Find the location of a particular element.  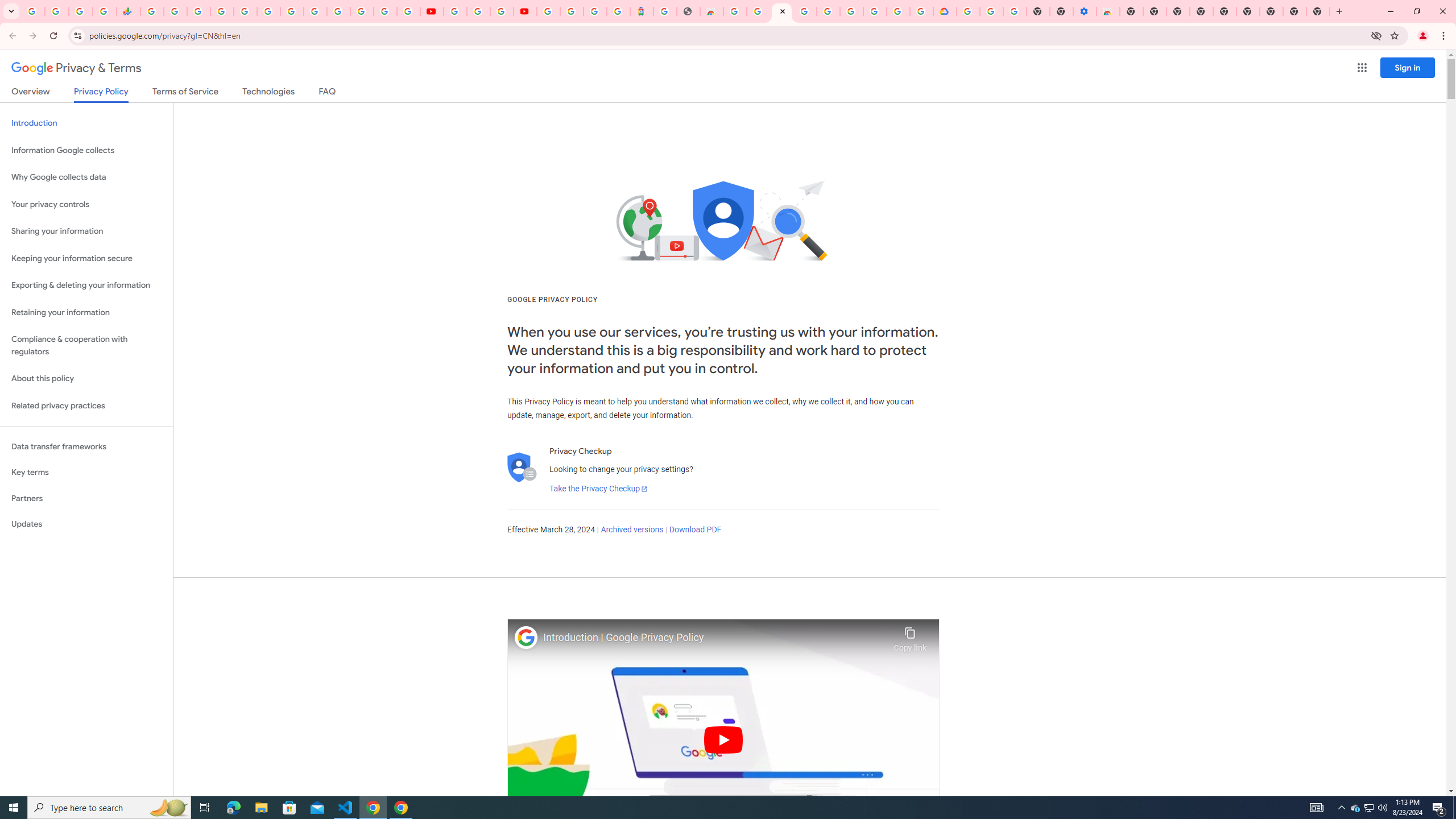

'New Tab' is located at coordinates (1271, 11).